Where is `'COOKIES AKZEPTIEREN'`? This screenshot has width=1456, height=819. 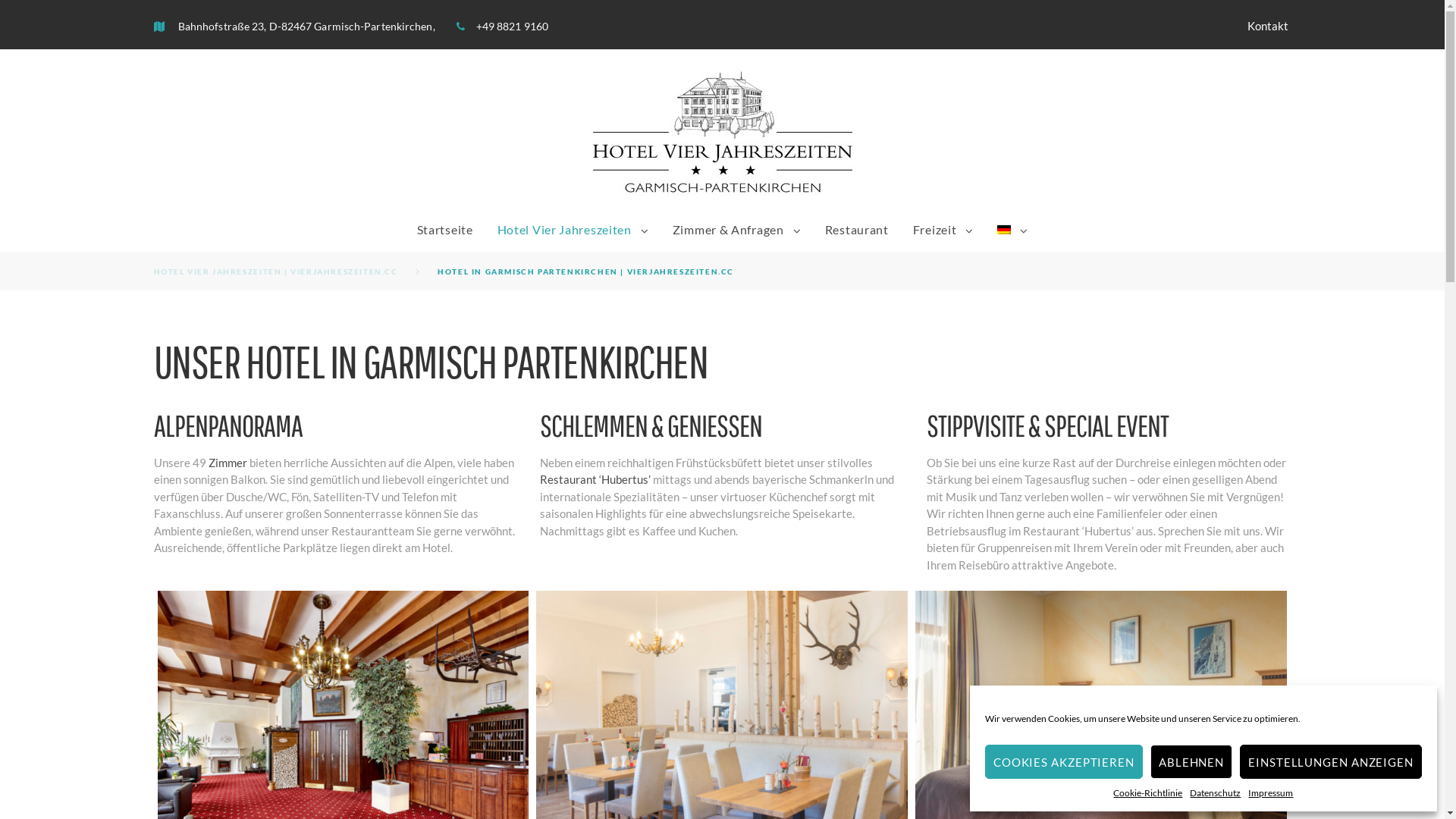 'COOKIES AKZEPTIEREN' is located at coordinates (1062, 761).